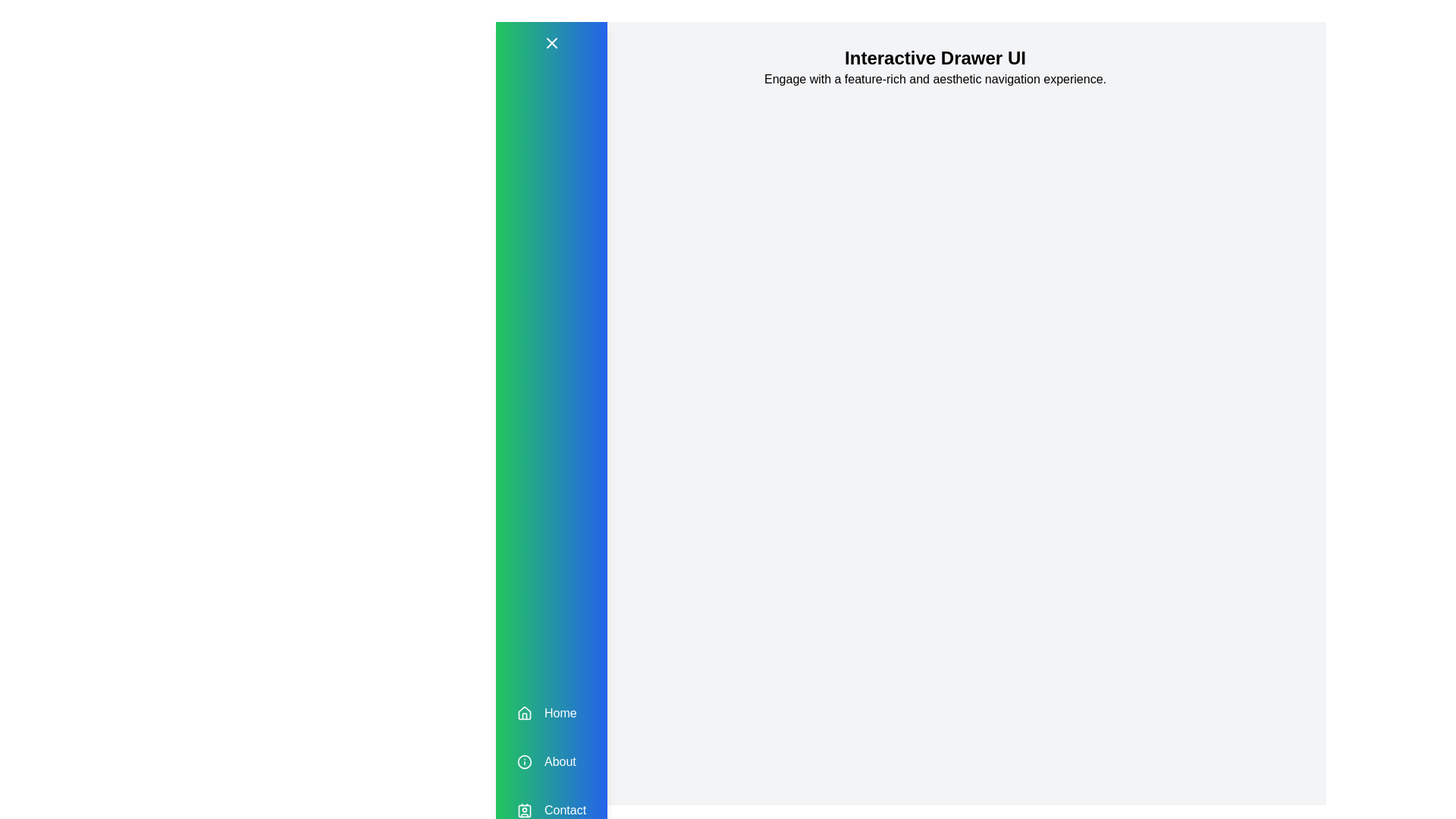  Describe the element at coordinates (551, 42) in the screenshot. I see `the button at the top-left corner of the drawer to toggle its open or closed state` at that location.